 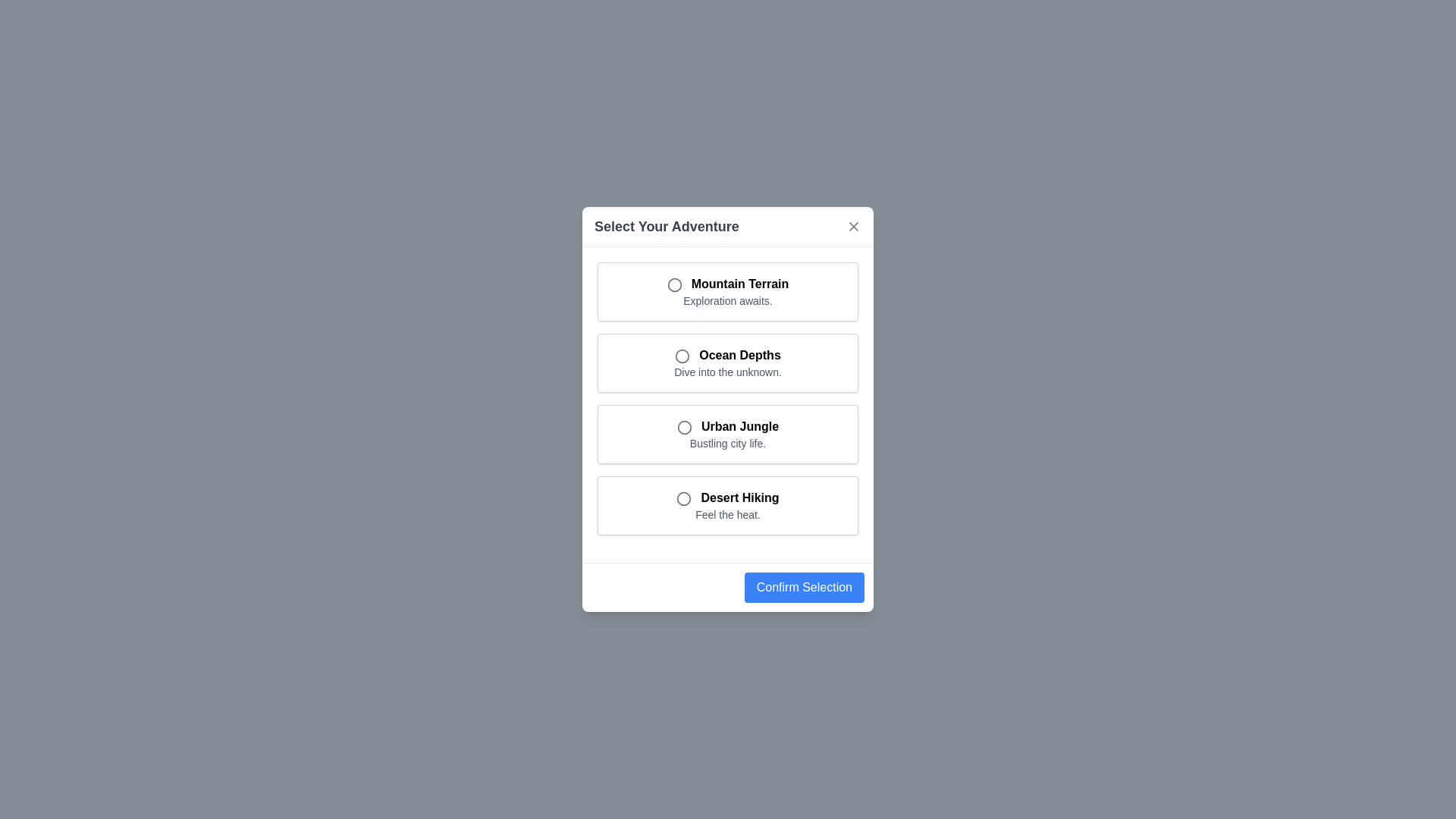 What do you see at coordinates (803, 587) in the screenshot?
I see `'Confirm Selection' button to confirm the selected adventure` at bounding box center [803, 587].